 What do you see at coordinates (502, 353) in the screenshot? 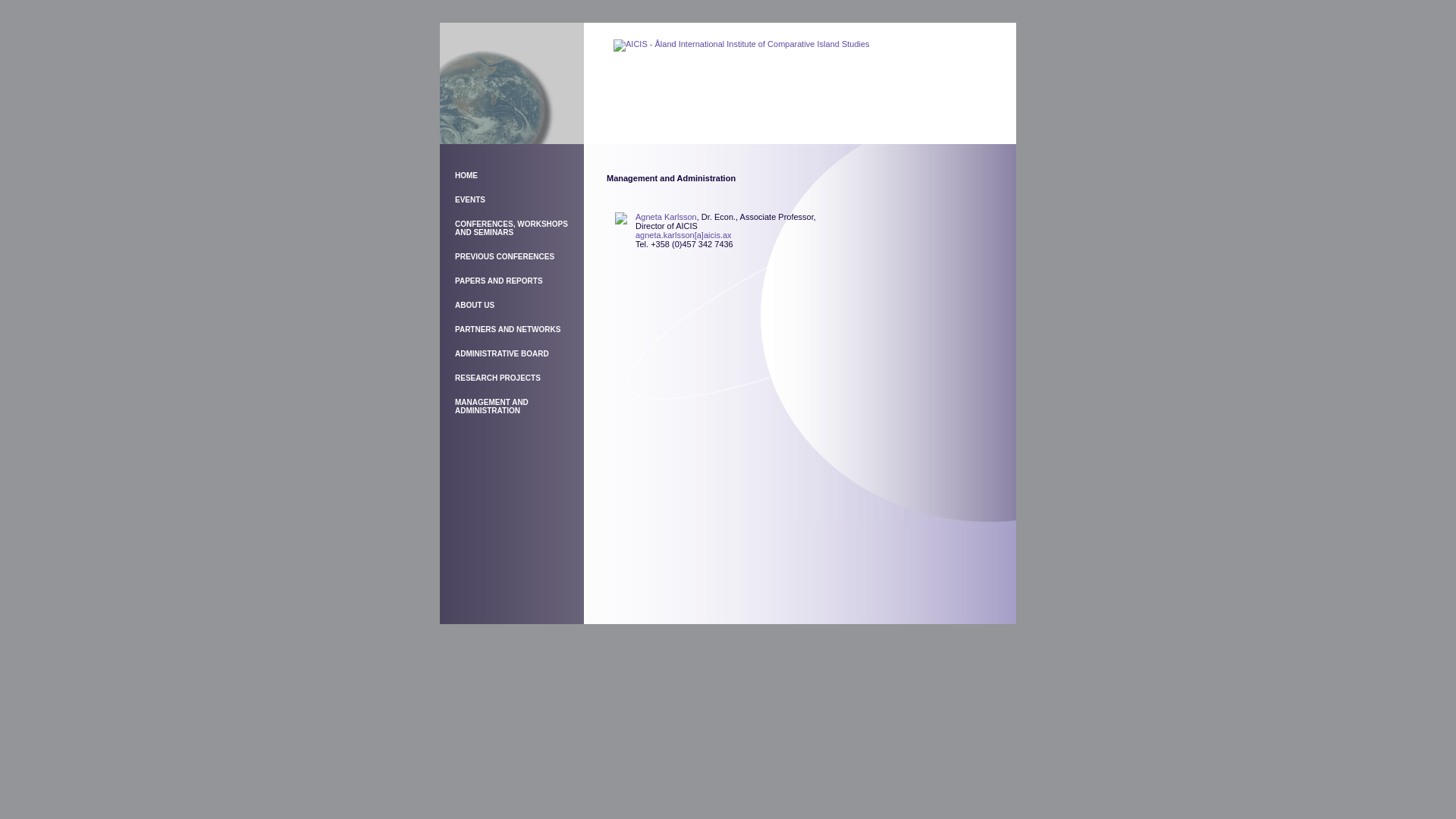
I see `'ADMINISTRATIVE BOARD'` at bounding box center [502, 353].